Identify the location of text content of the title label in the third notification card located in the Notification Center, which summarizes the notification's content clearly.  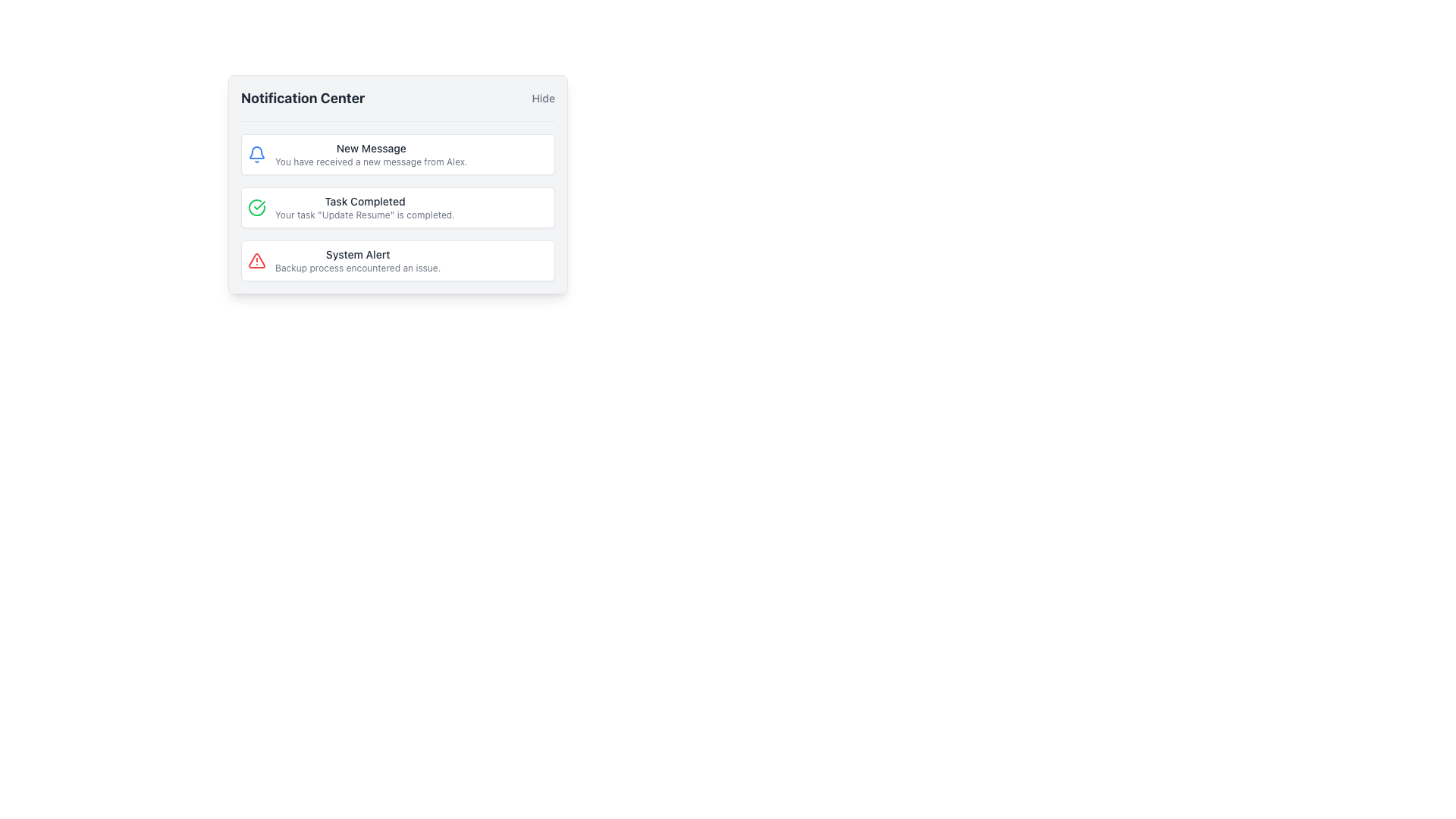
(357, 253).